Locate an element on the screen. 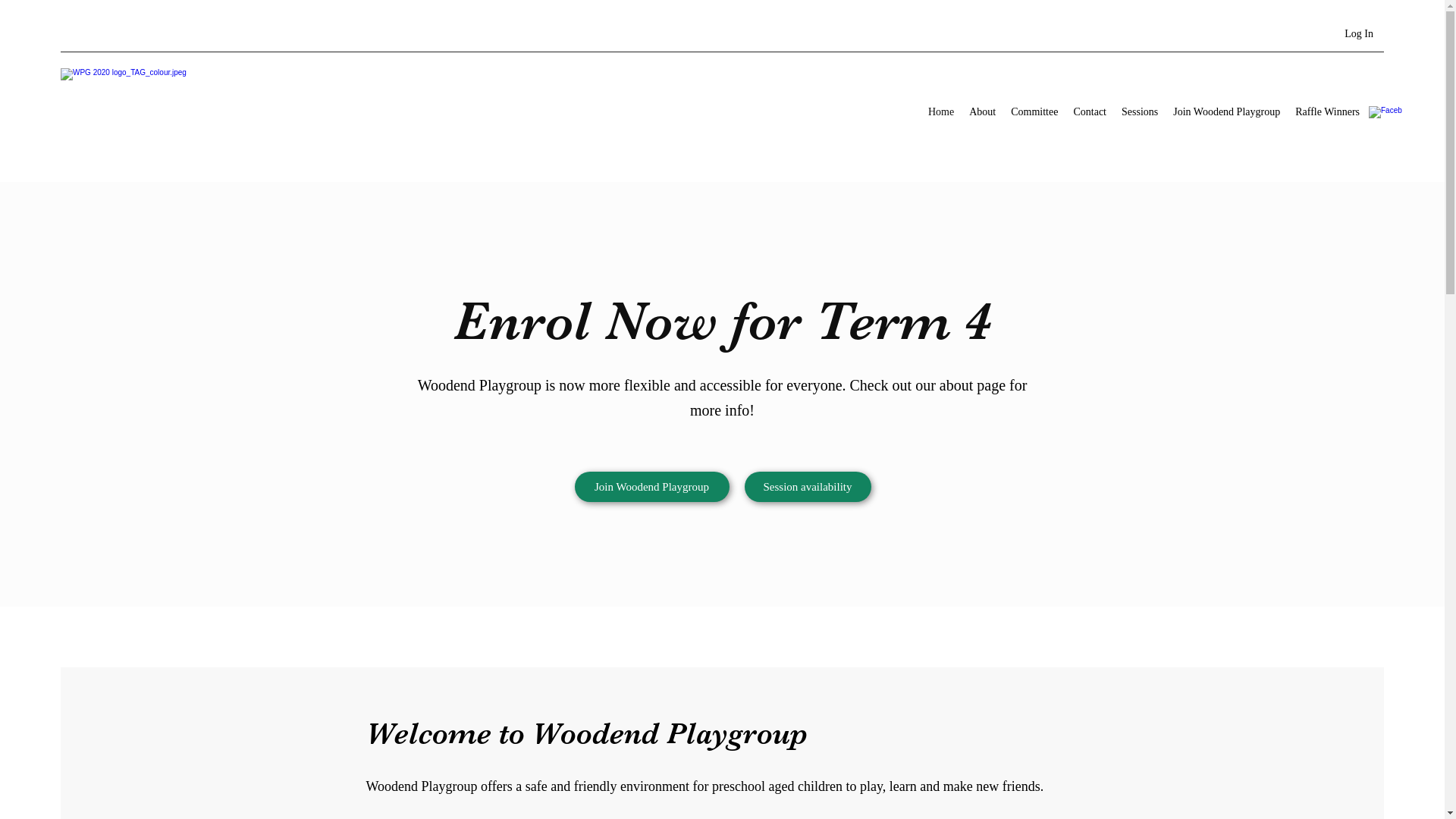 This screenshot has width=1456, height=819. 'Join Woodend Playgroup' is located at coordinates (1226, 113).